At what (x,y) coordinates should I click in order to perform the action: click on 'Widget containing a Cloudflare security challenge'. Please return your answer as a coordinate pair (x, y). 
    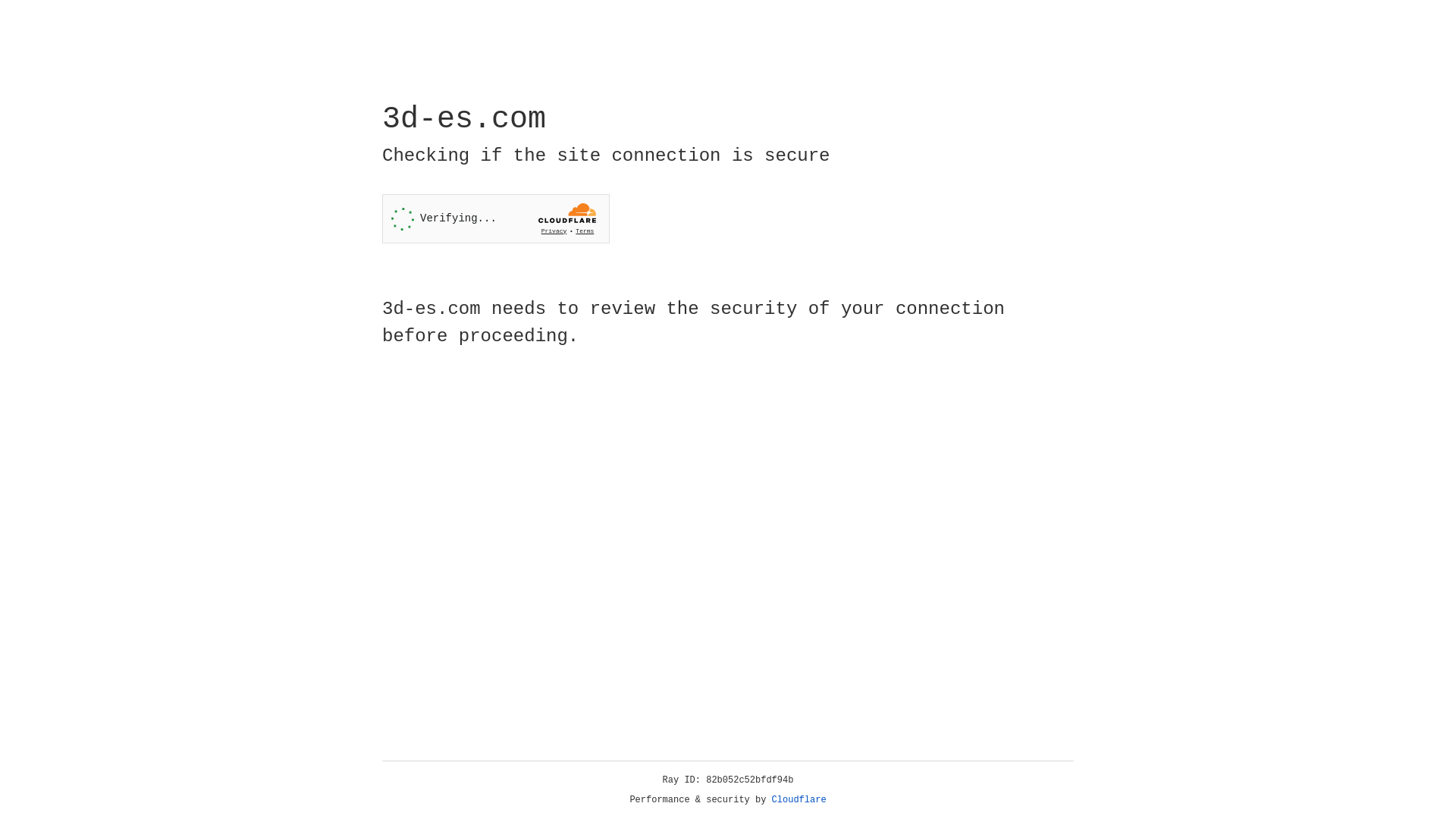
    Looking at the image, I should click on (495, 218).